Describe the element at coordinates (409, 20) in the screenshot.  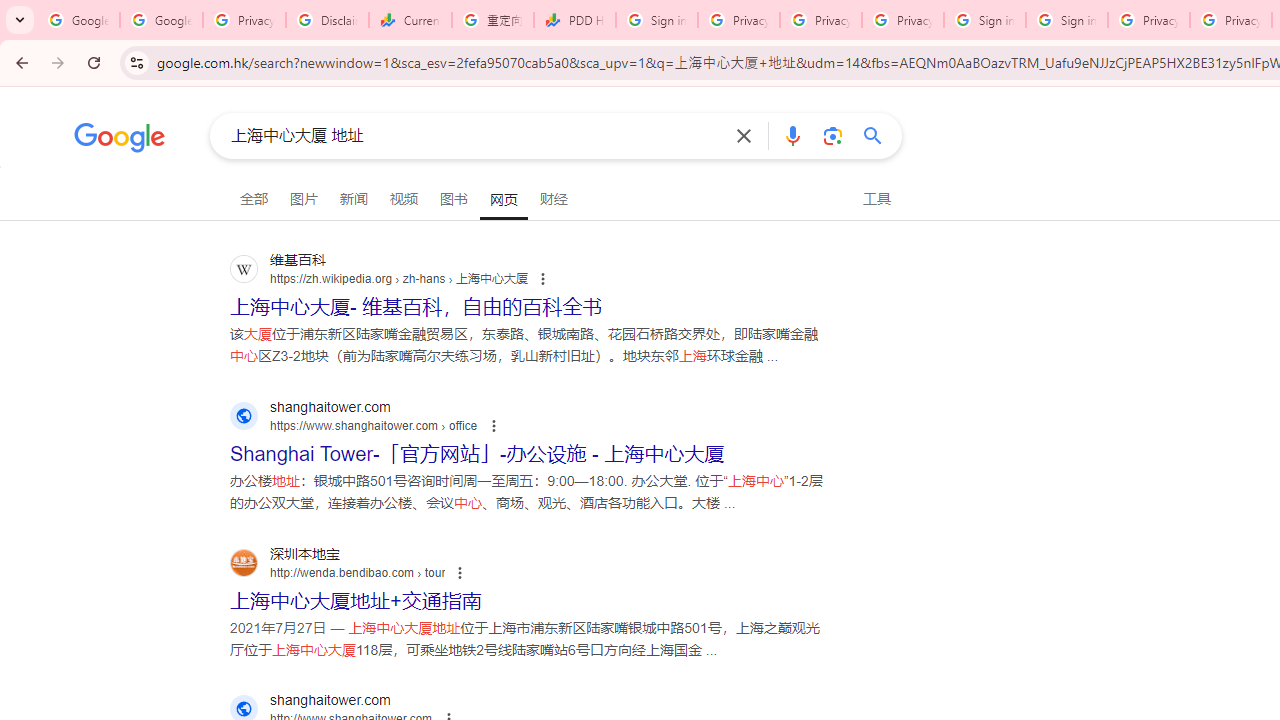
I see `'Currencies - Google Finance'` at that location.